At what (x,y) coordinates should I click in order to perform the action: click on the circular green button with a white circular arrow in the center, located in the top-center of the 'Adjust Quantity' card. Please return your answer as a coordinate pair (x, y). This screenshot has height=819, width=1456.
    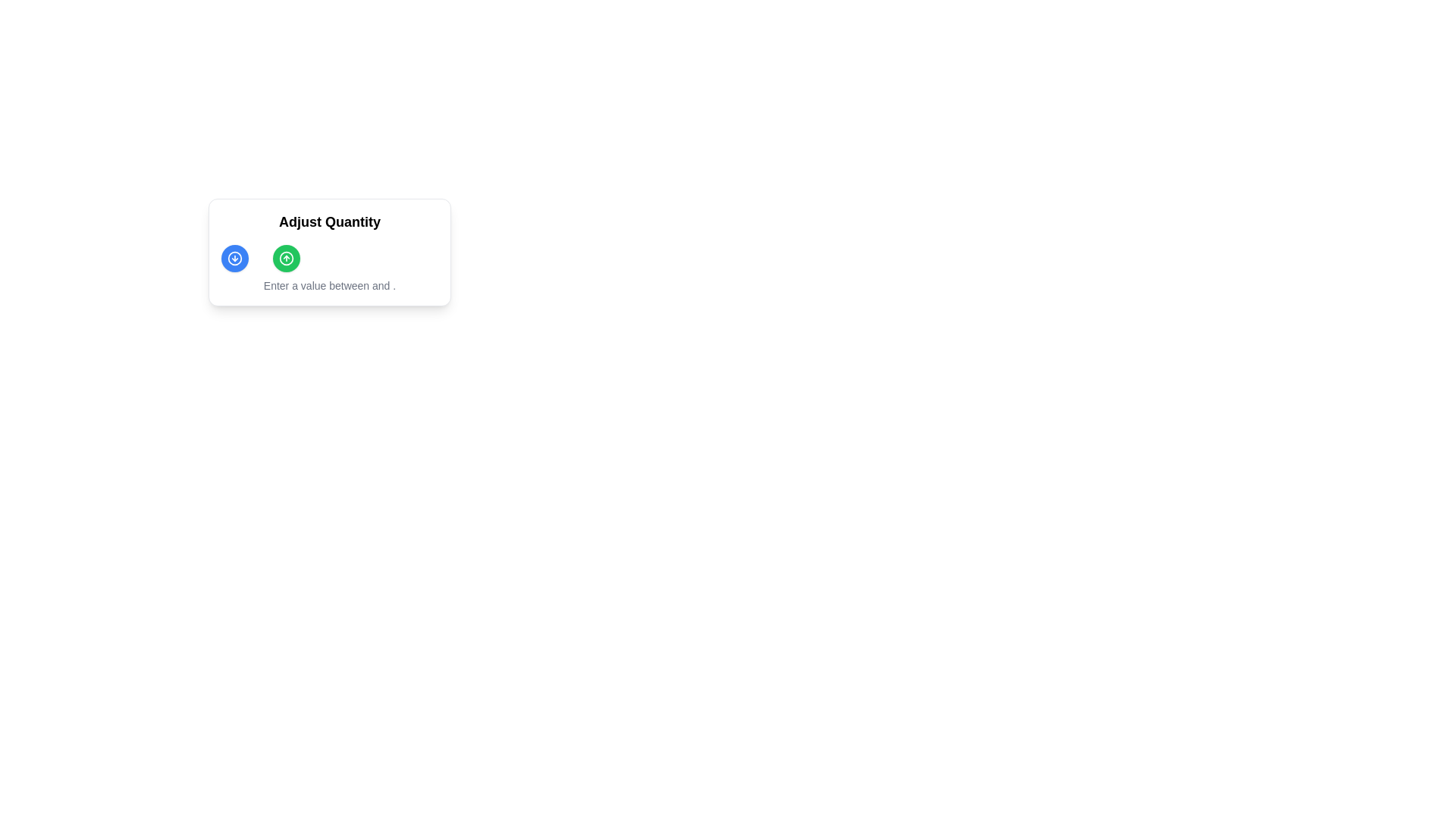
    Looking at the image, I should click on (287, 257).